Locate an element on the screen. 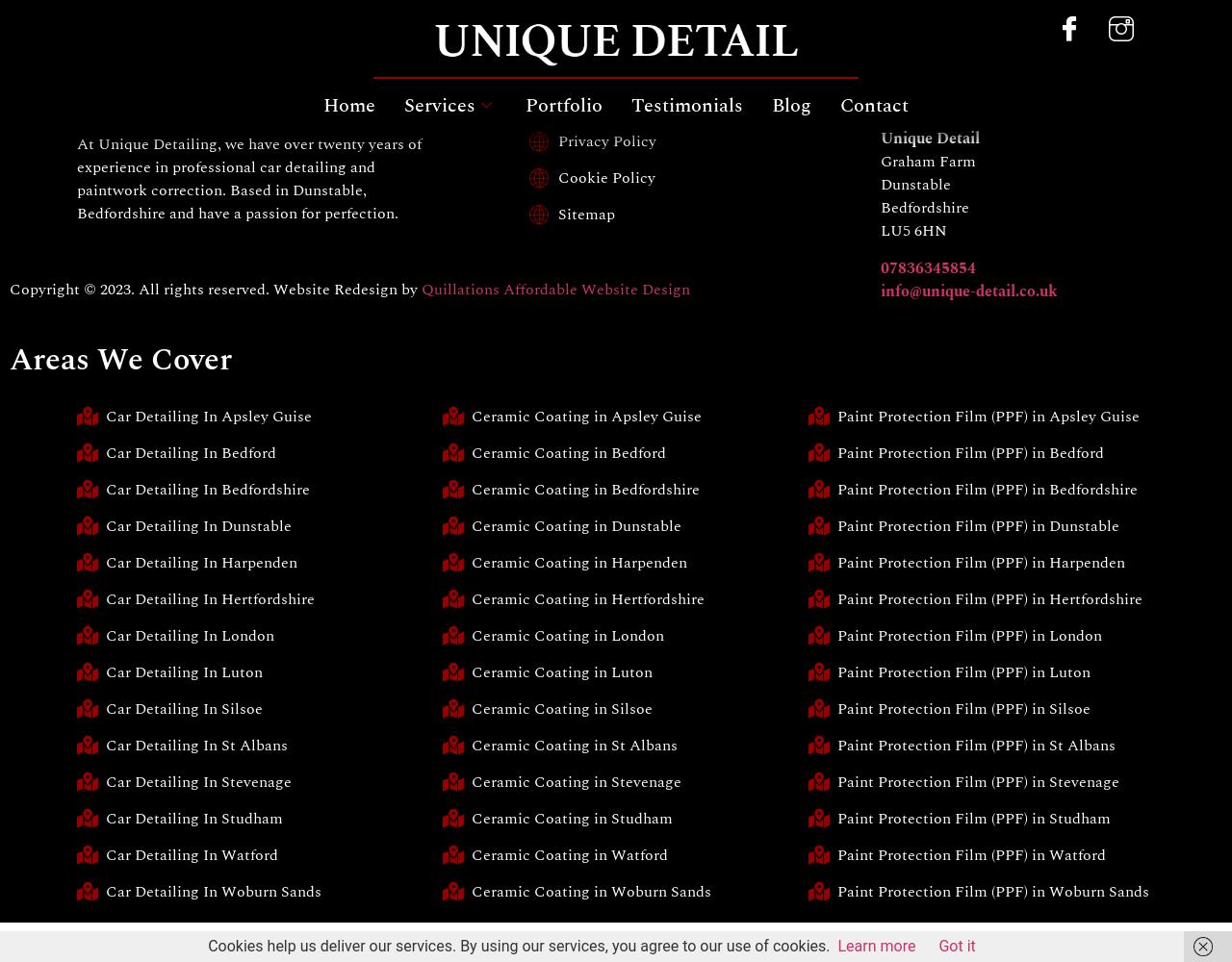 This screenshot has height=962, width=1232. 'Ceramic Coating in Bedford' is located at coordinates (566, 452).